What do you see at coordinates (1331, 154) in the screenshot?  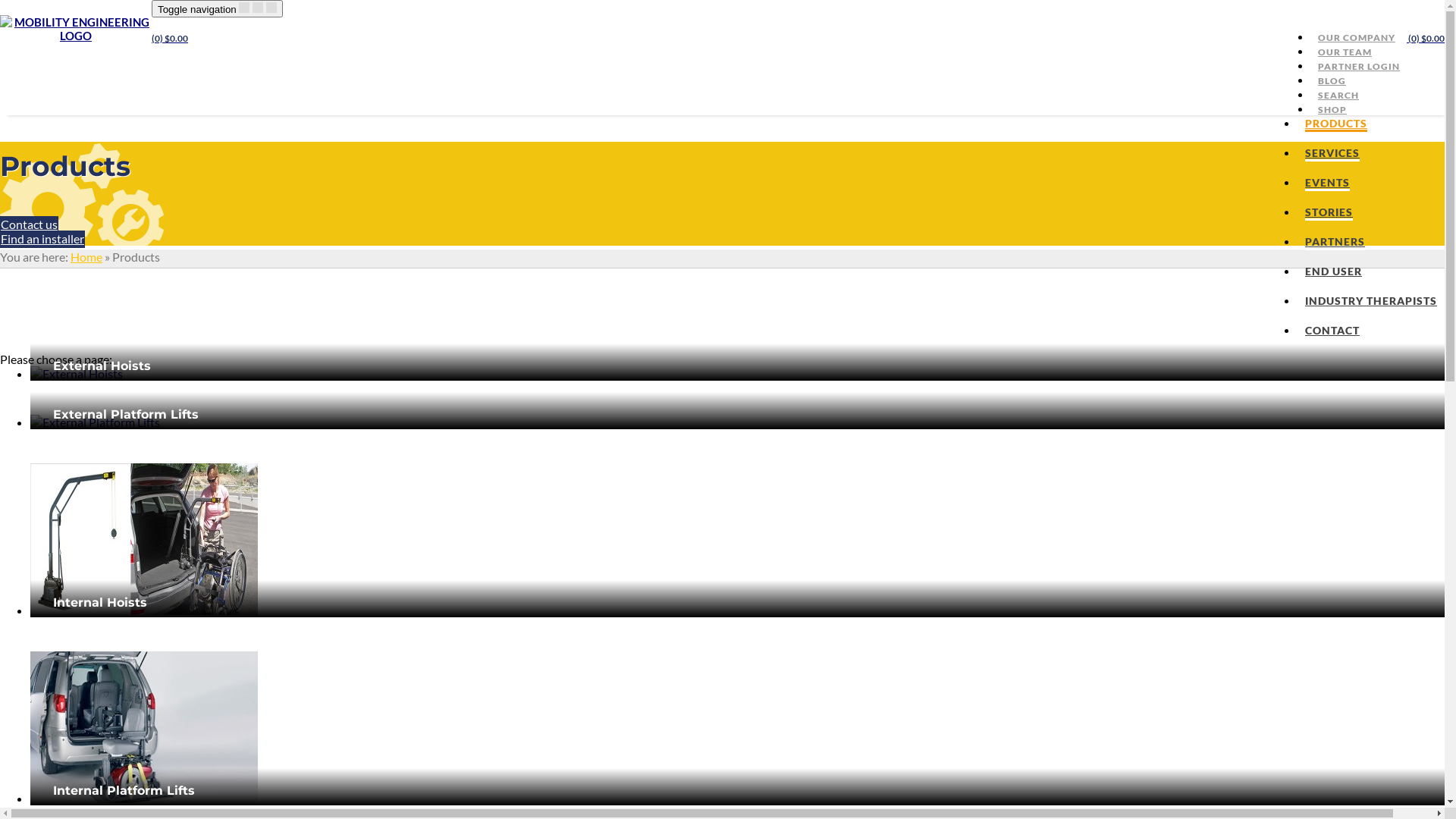 I see `'SERVICES'` at bounding box center [1331, 154].